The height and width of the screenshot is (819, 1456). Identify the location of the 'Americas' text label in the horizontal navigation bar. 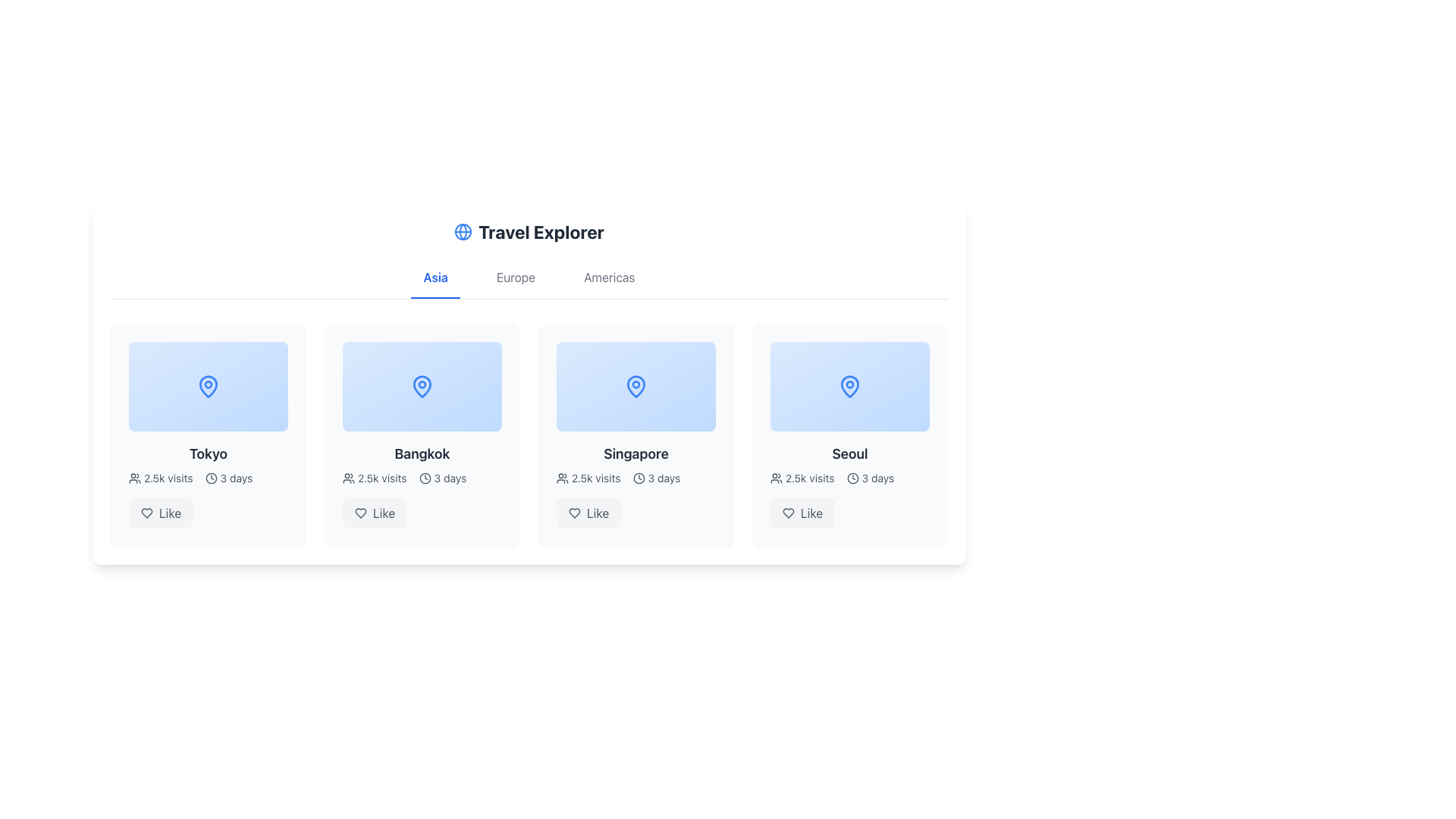
(609, 284).